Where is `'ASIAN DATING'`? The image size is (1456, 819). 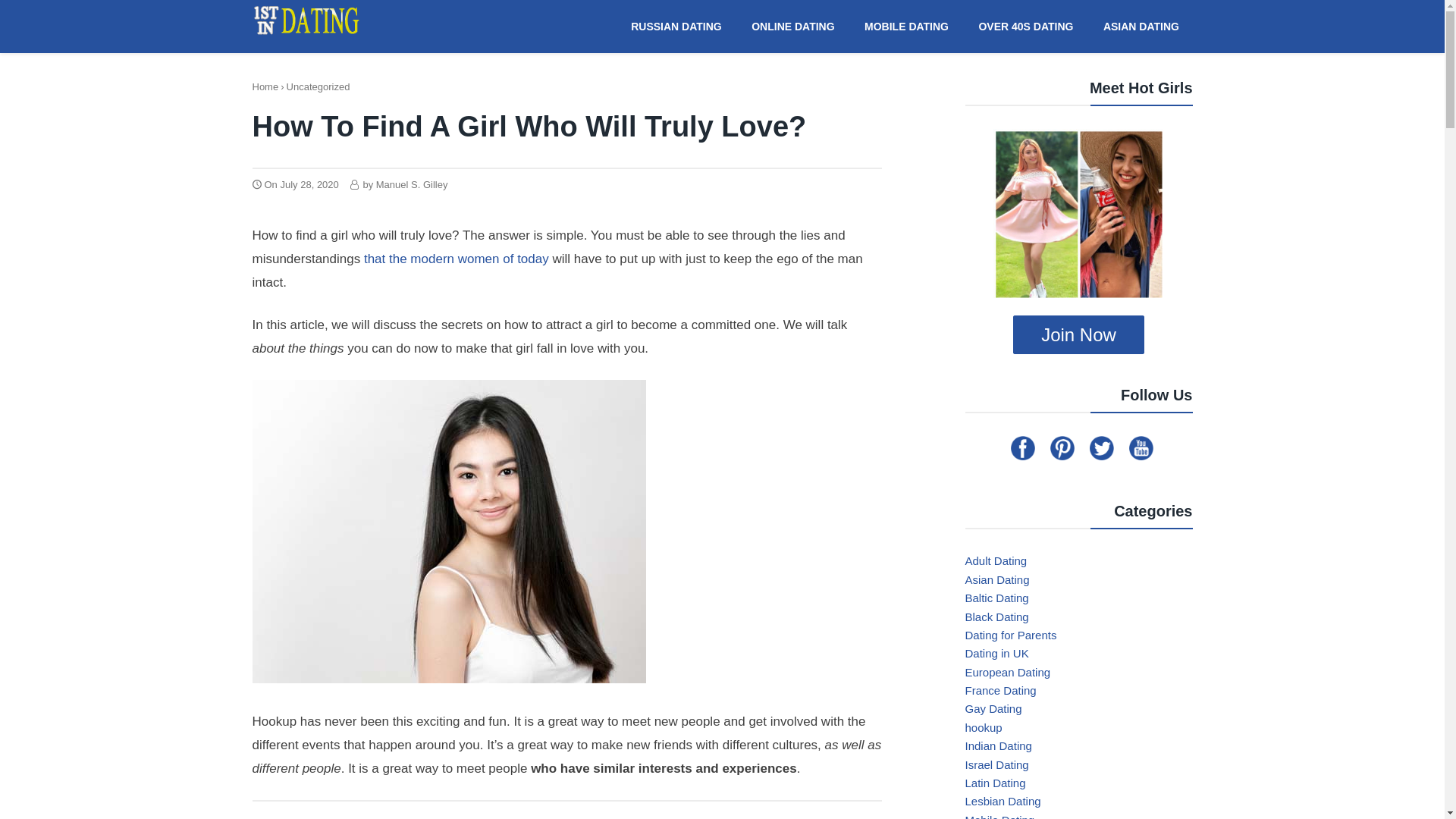 'ASIAN DATING' is located at coordinates (1141, 25).